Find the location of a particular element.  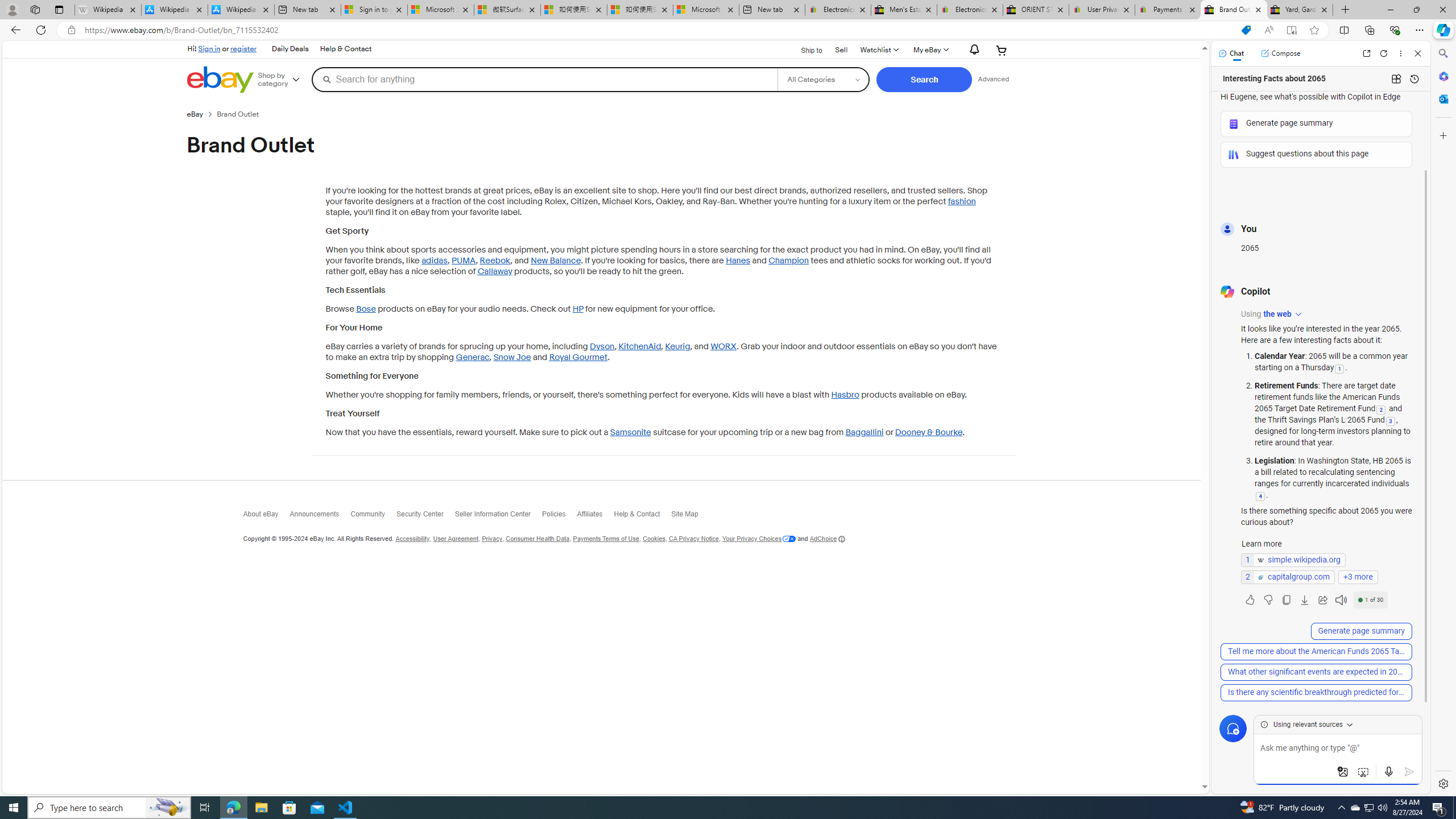

'Watchlist' is located at coordinates (878, 49).